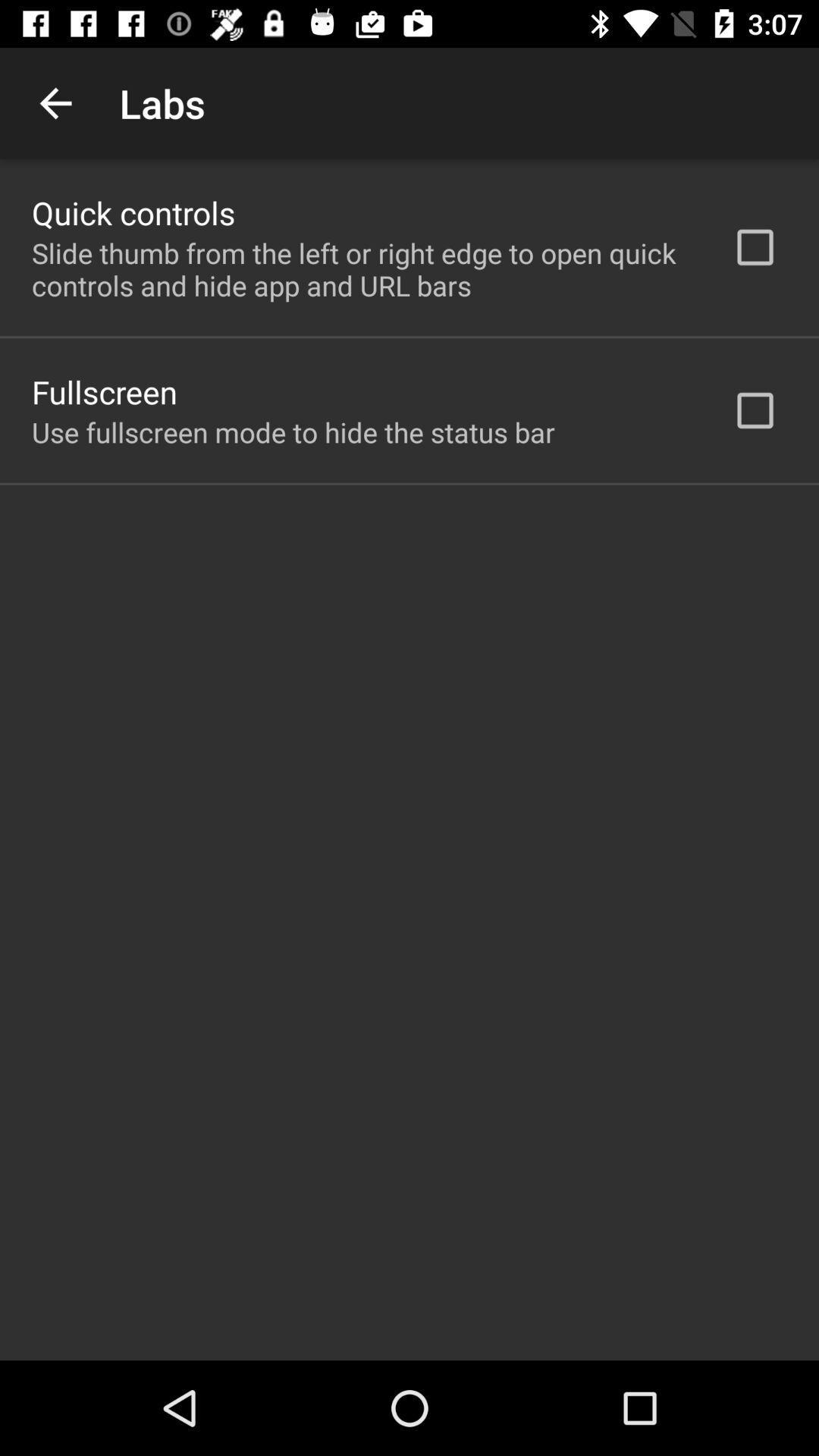 This screenshot has width=819, height=1456. I want to click on app above the quick controls item, so click(55, 102).